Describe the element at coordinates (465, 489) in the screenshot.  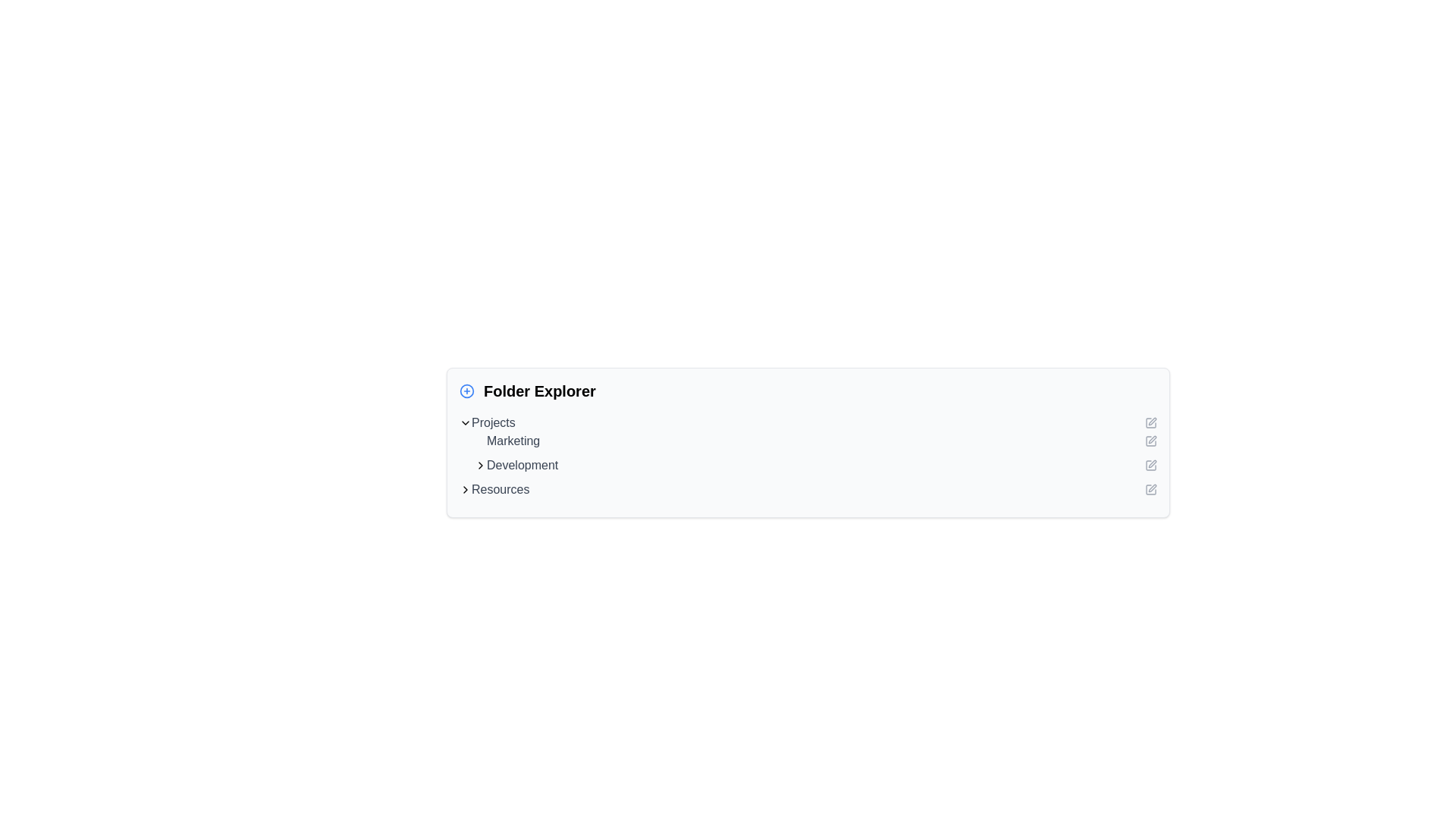
I see `the Chevron navigation icon located just to the left of the 'Resources' label` at that location.